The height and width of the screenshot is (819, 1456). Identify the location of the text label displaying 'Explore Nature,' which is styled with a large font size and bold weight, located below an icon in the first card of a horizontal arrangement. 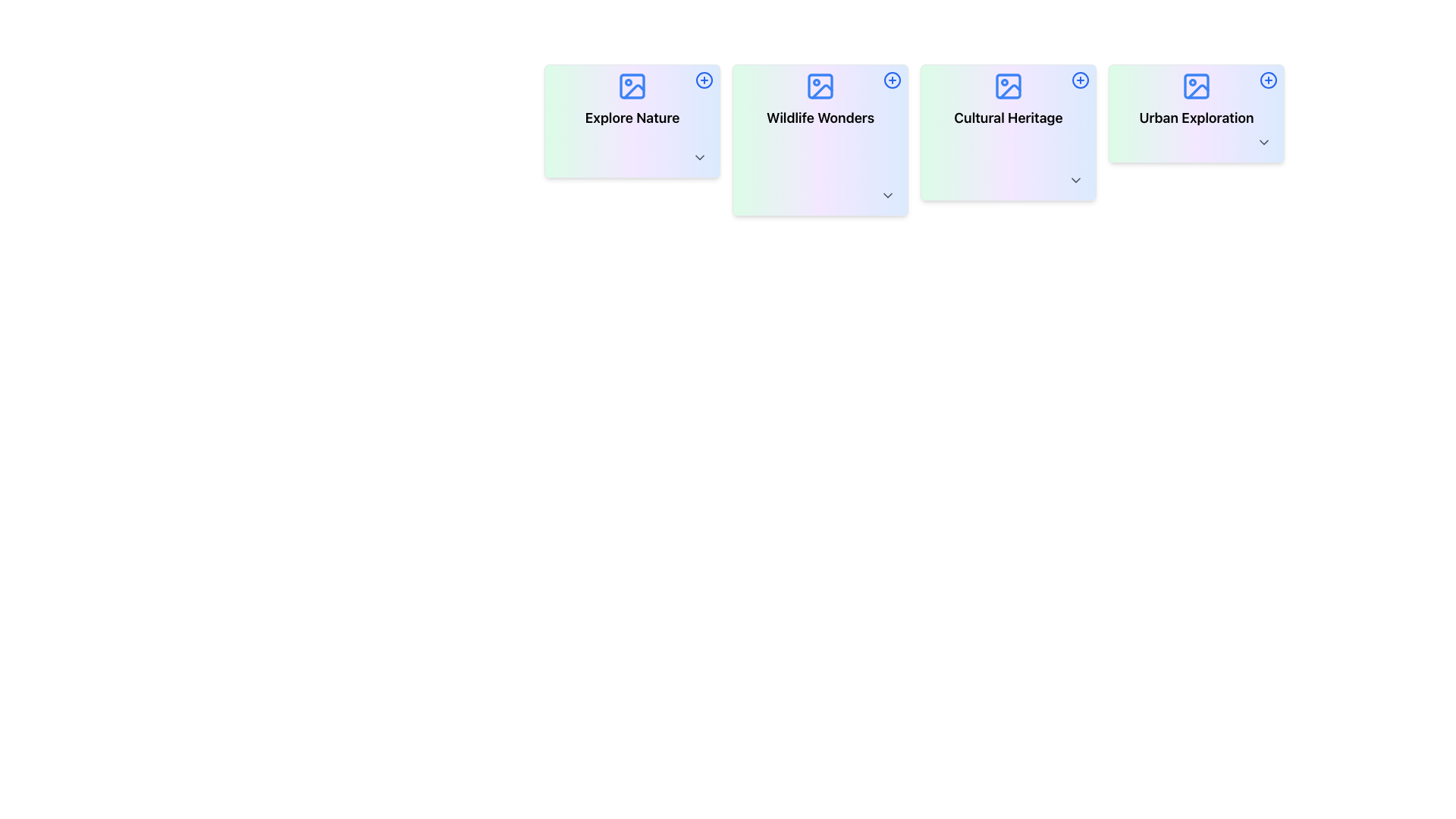
(632, 117).